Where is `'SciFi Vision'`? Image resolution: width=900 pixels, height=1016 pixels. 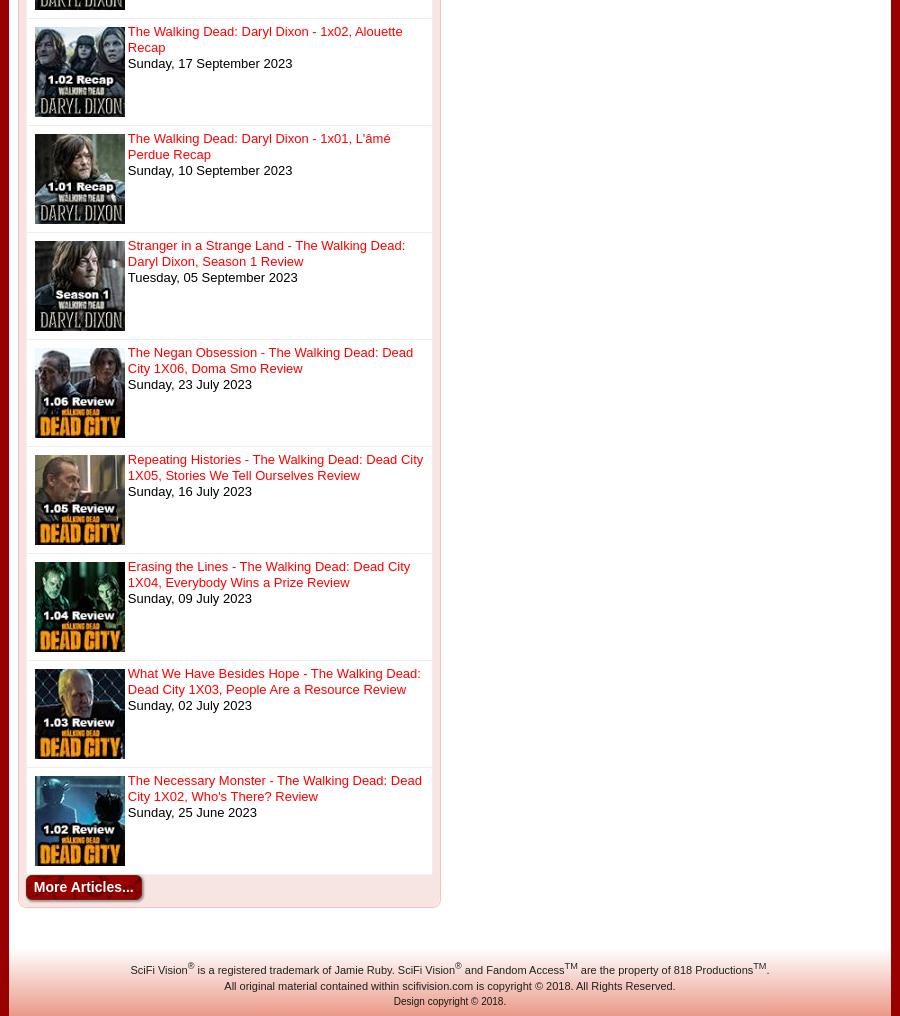 'SciFi Vision' is located at coordinates (129, 968).